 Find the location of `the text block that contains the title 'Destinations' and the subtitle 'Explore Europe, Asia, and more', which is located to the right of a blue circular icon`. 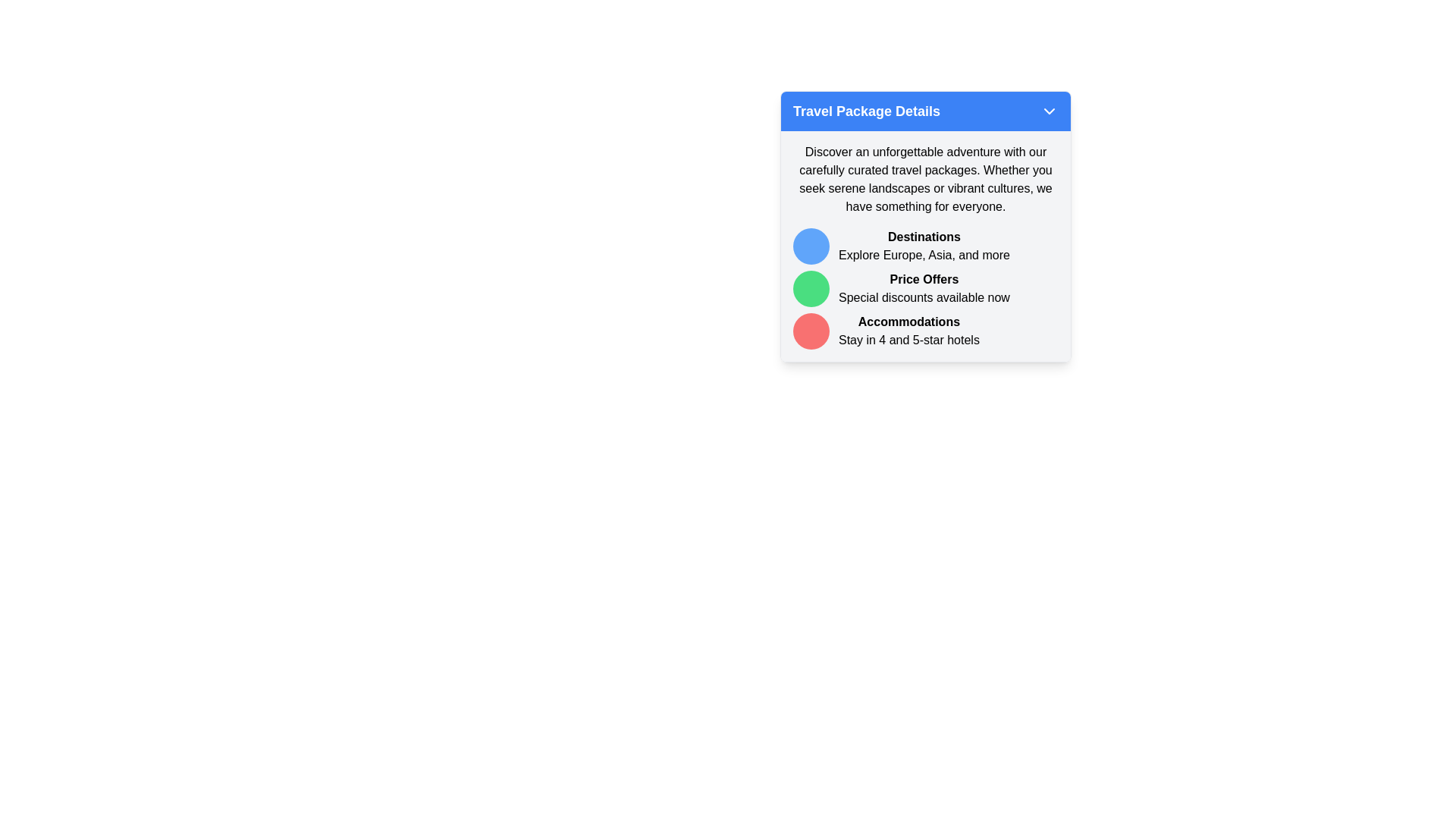

the text block that contains the title 'Destinations' and the subtitle 'Explore Europe, Asia, and more', which is located to the right of a blue circular icon is located at coordinates (924, 245).